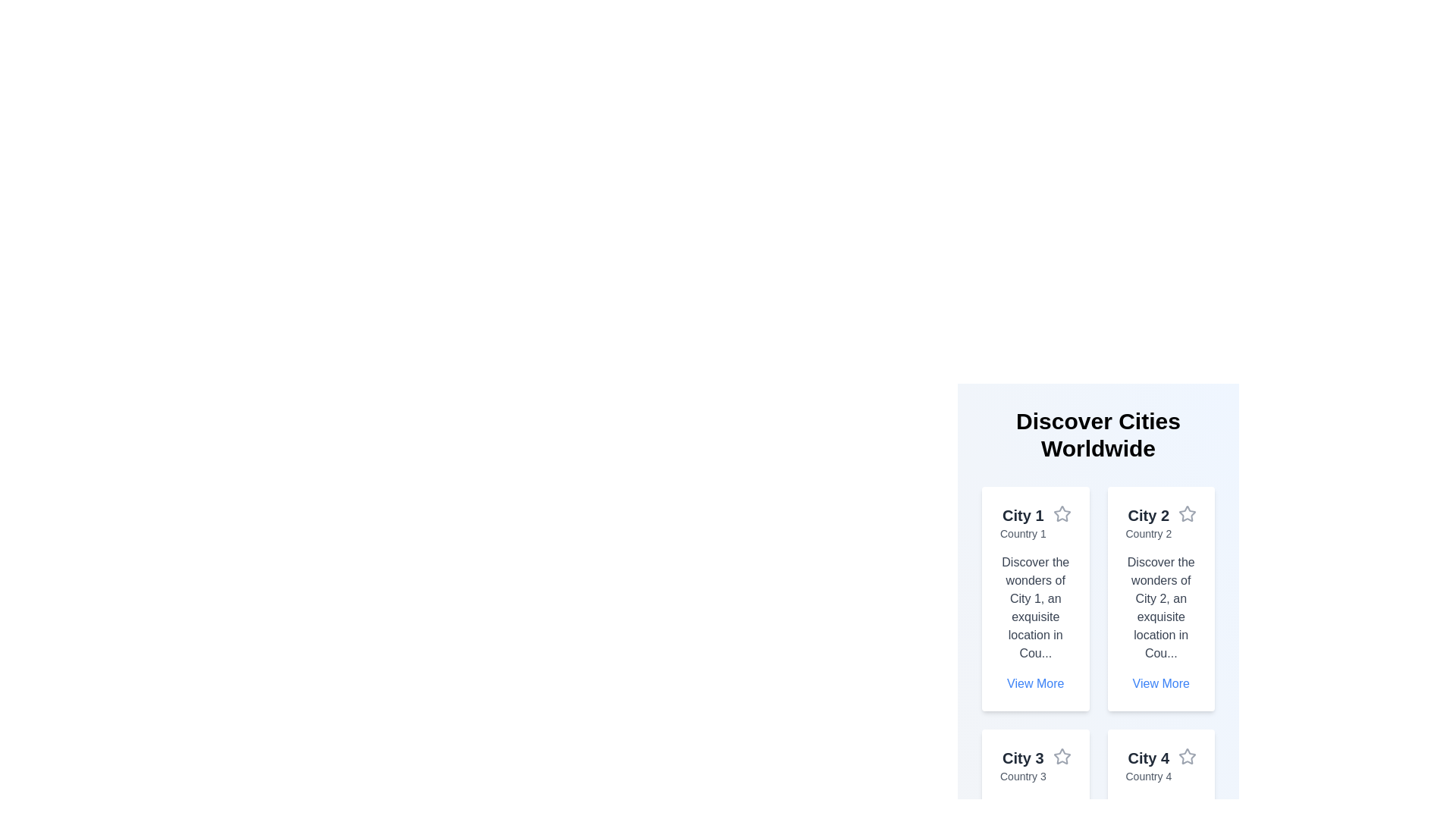 This screenshot has width=1456, height=819. I want to click on the text label displaying 'City 1' in bold font, located at the top of the card titled 'City 1 Country 1', so click(1023, 514).